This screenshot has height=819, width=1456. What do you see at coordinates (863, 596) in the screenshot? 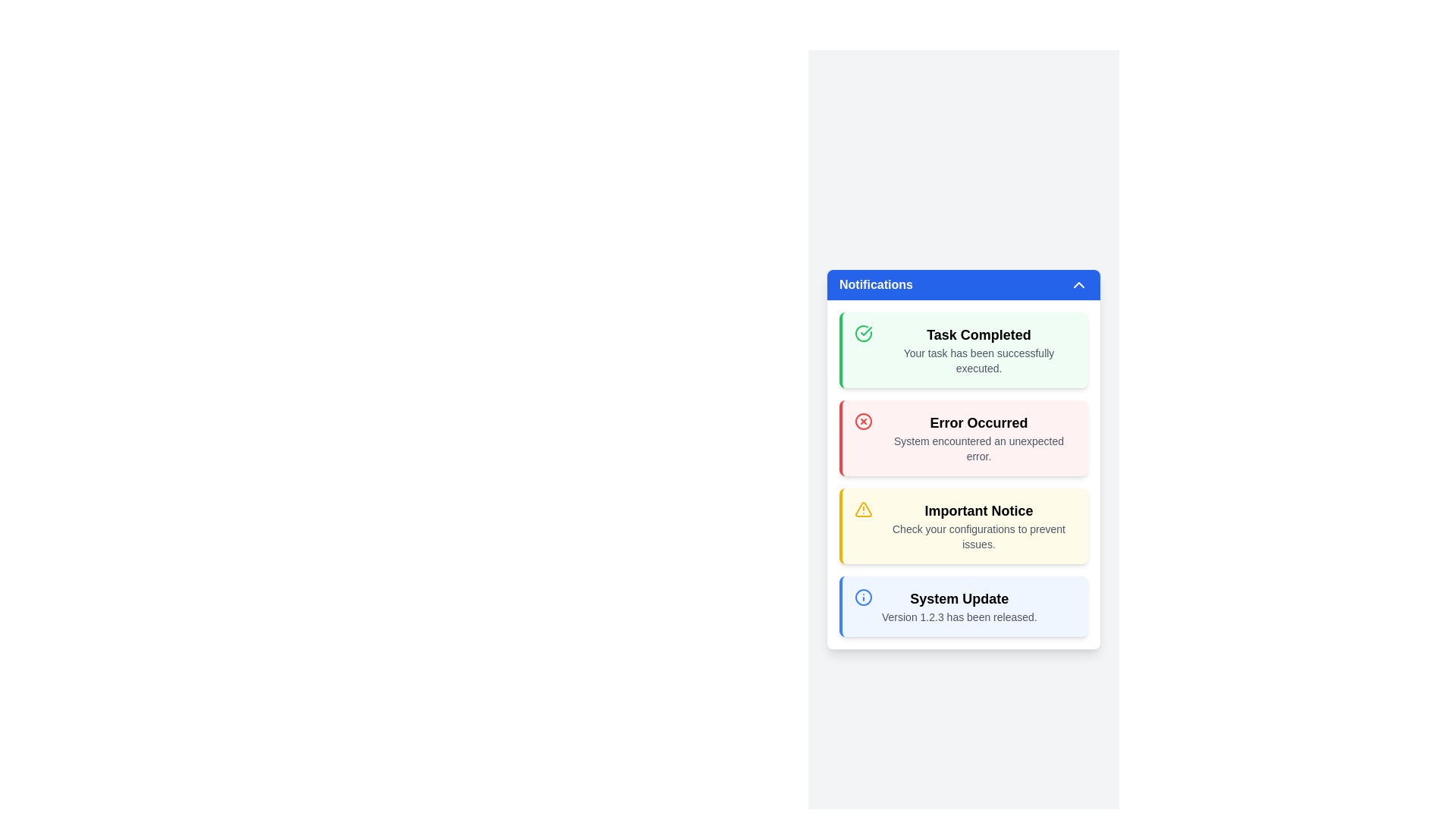
I see `the circular information icon with a blue stroke and filled blue dot, located in the top-left corner of the 'System Update' notification card` at bounding box center [863, 596].